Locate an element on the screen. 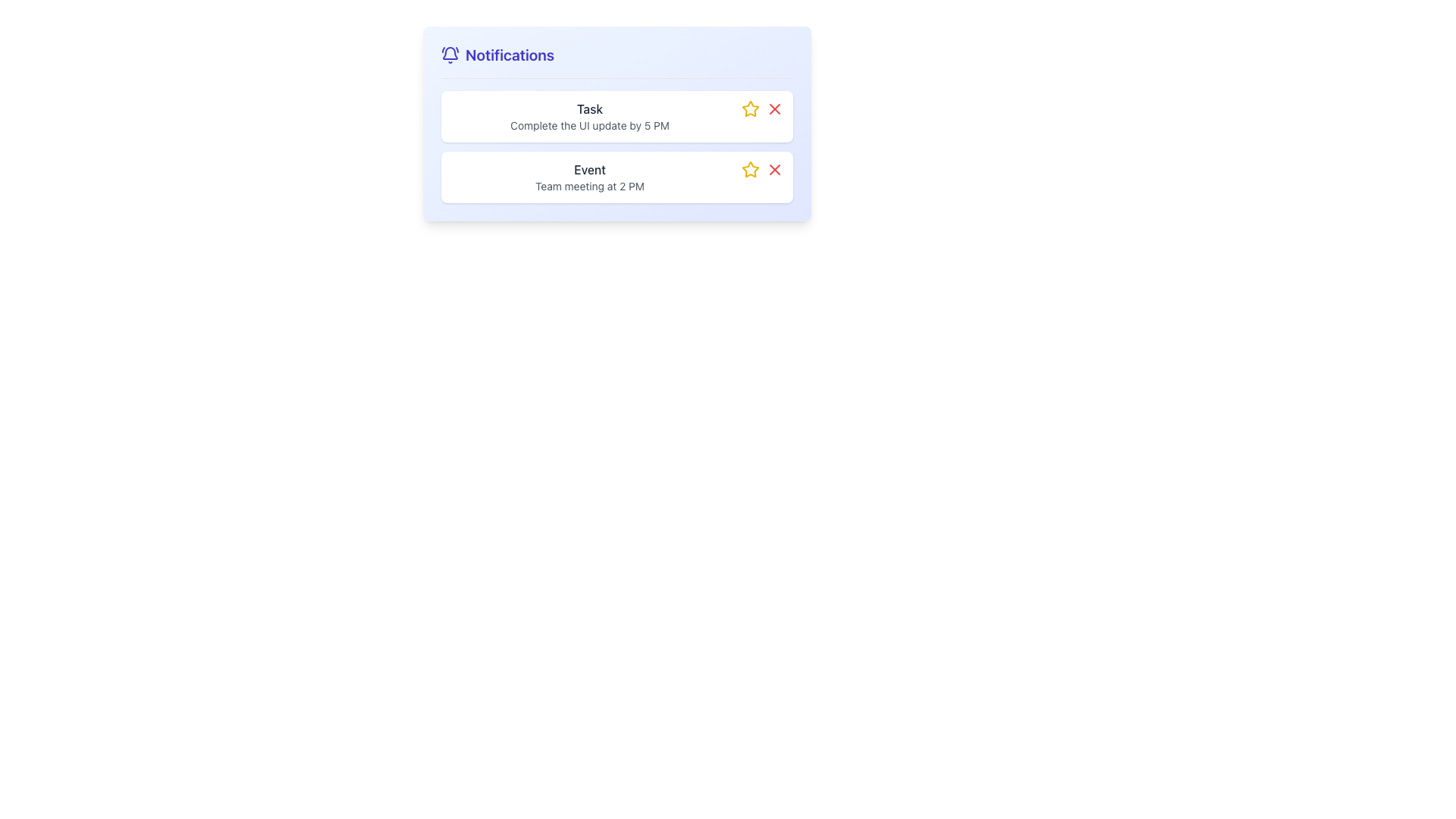 The width and height of the screenshot is (1456, 819). the small red cross icon, which is a button in the 'Task' notification entry in the 'Notifications' panel, positioned next to a yellow star icon is located at coordinates (775, 108).